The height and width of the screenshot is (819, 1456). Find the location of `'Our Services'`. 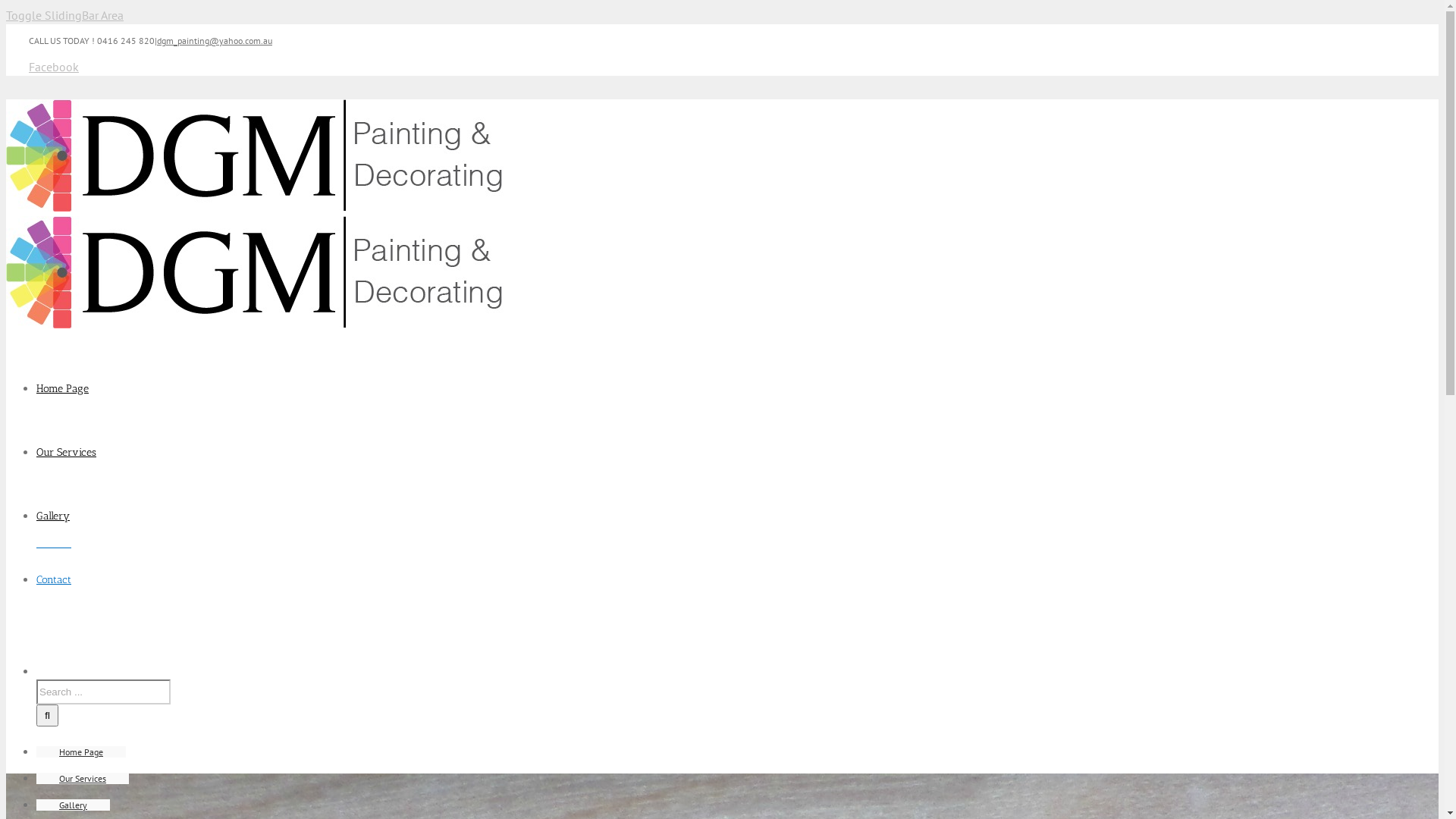

'Our Services' is located at coordinates (65, 451).